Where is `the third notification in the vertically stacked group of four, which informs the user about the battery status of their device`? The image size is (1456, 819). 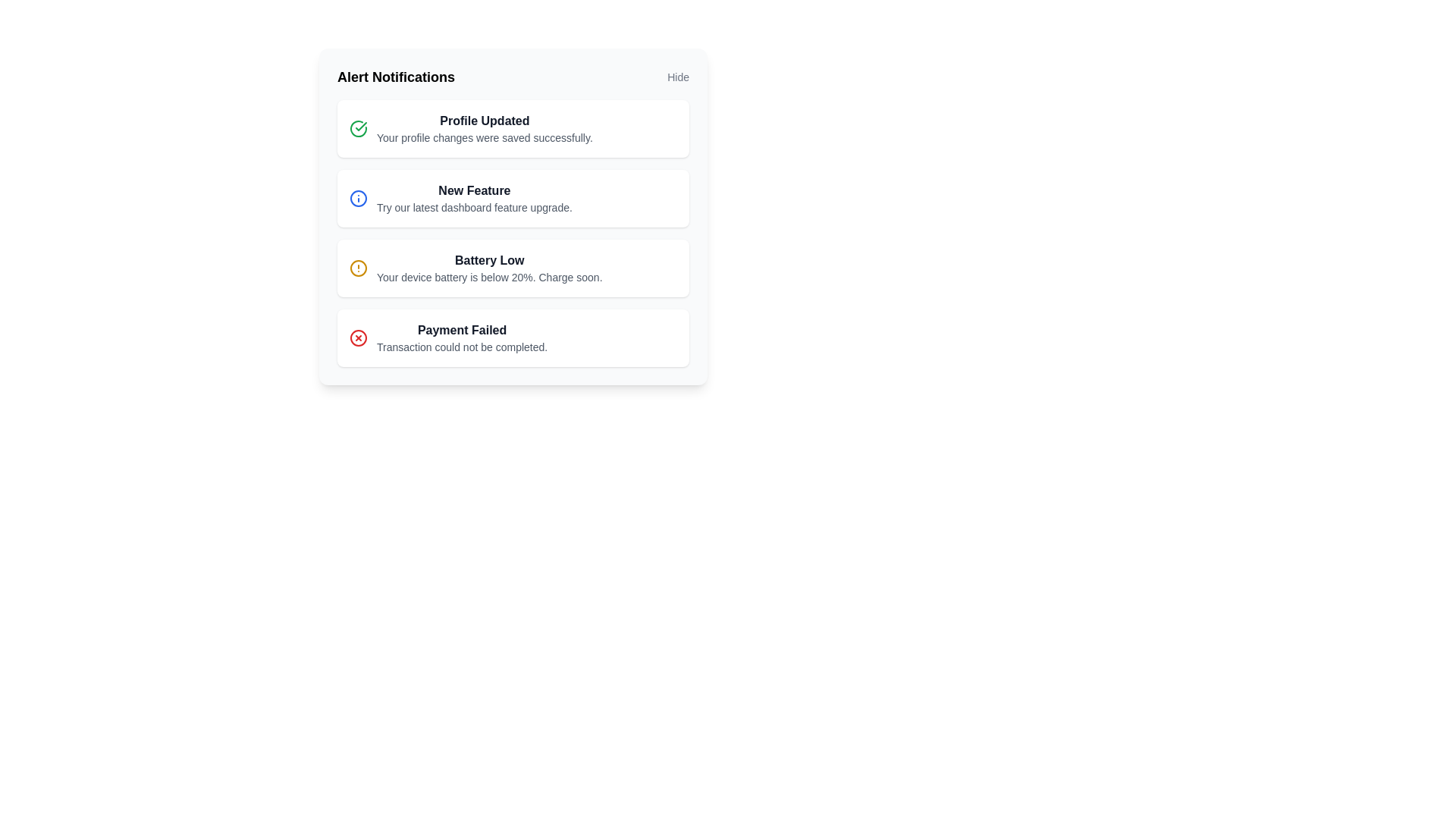 the third notification in the vertically stacked group of four, which informs the user about the battery status of their device is located at coordinates (513, 234).